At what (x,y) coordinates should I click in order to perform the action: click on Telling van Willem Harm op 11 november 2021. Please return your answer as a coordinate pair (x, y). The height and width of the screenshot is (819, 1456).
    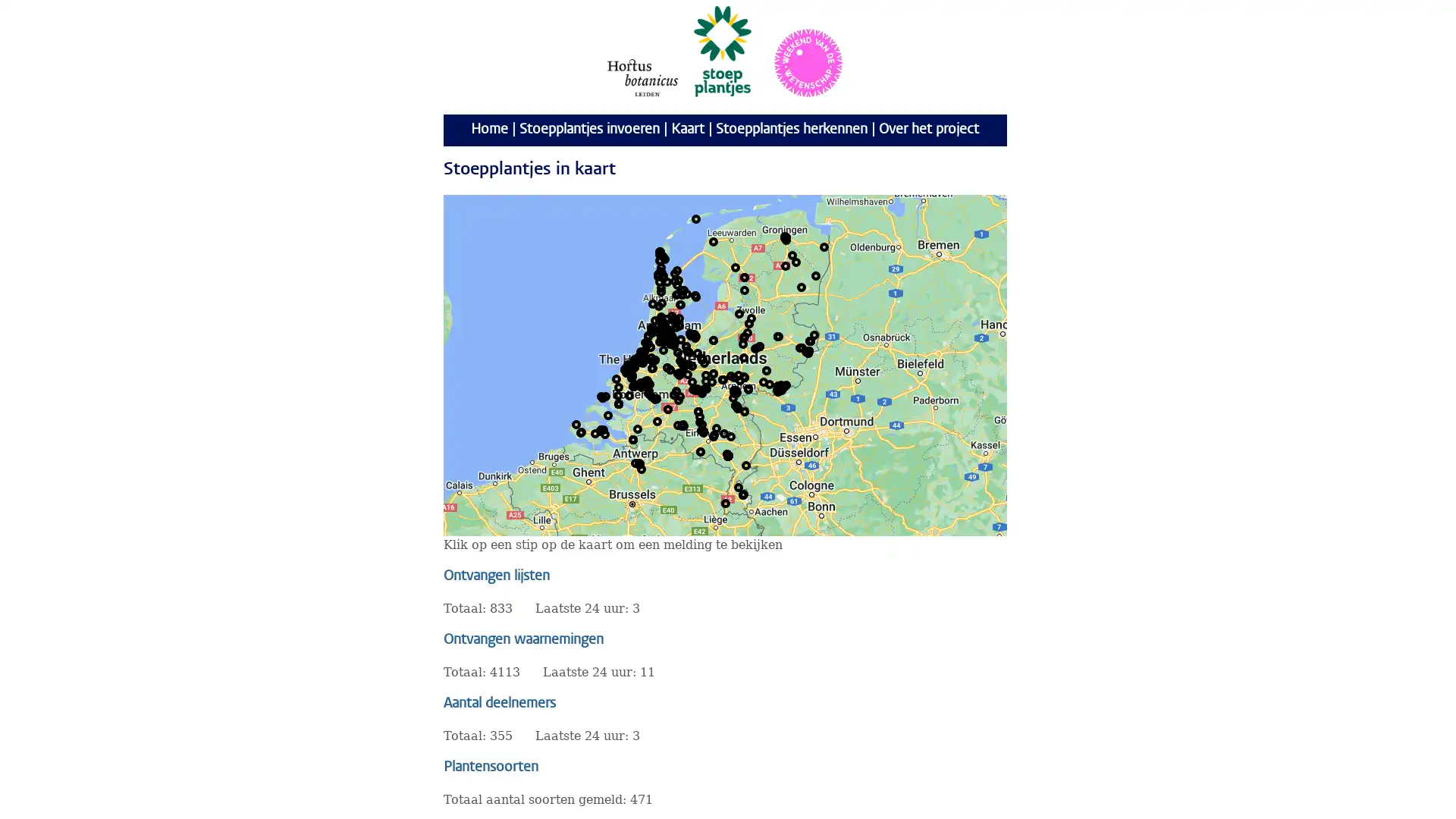
    Looking at the image, I should click on (648, 382).